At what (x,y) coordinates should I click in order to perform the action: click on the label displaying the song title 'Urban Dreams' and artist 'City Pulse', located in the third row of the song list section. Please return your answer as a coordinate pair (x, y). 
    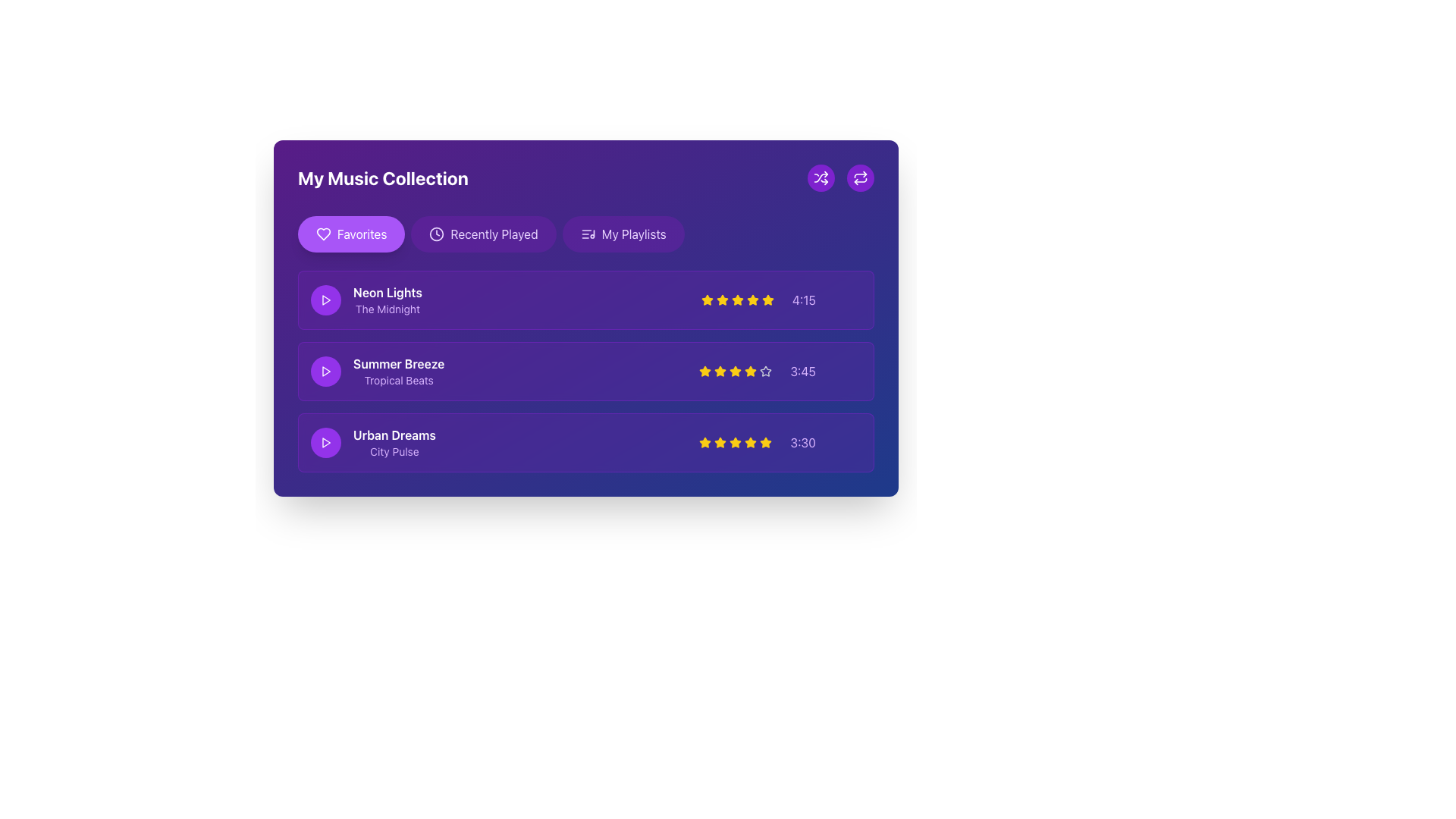
    Looking at the image, I should click on (373, 442).